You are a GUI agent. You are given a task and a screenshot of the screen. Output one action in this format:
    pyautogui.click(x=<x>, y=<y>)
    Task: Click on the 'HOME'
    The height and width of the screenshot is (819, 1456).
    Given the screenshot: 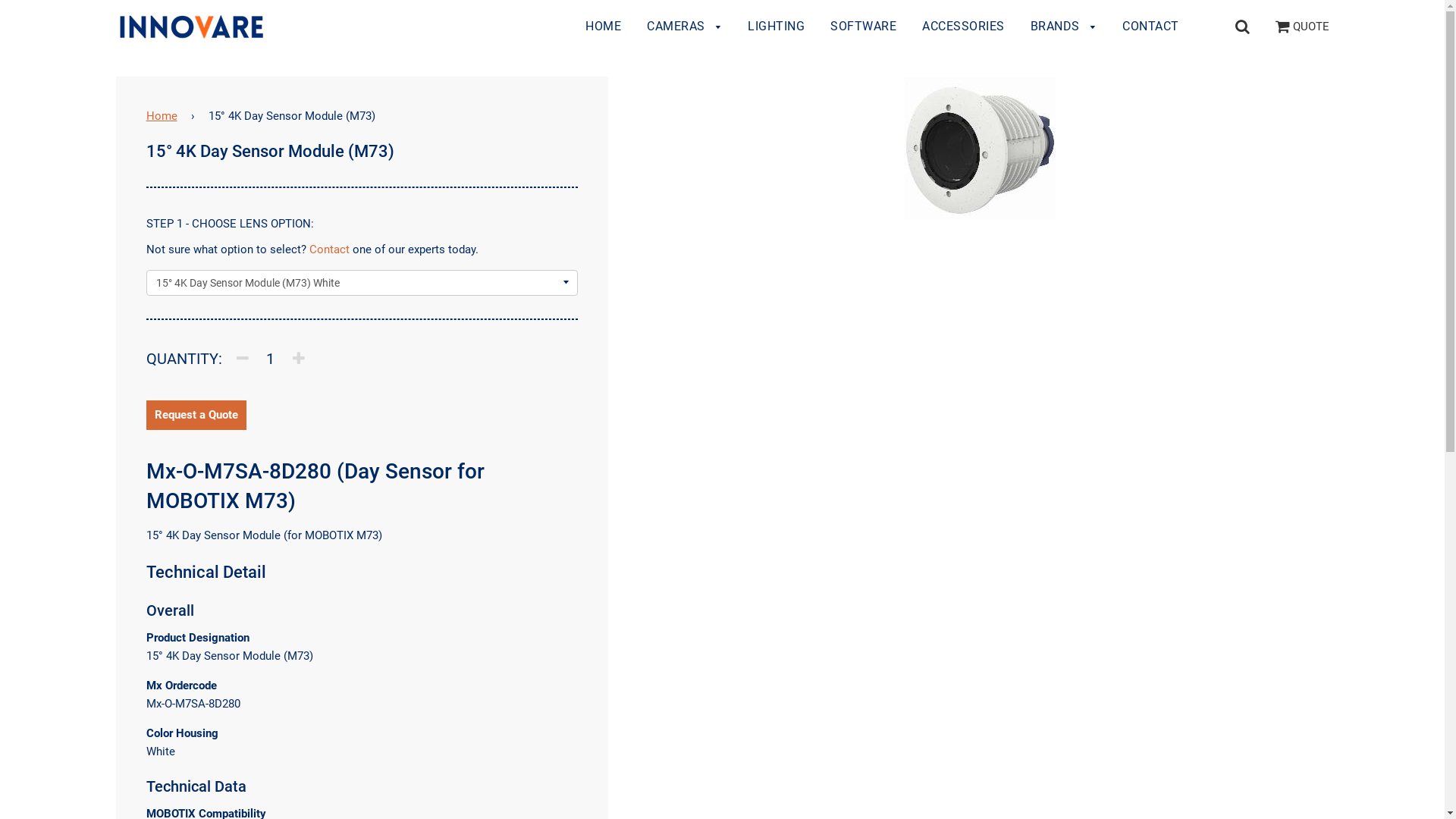 What is the action you would take?
    pyautogui.click(x=602, y=26)
    